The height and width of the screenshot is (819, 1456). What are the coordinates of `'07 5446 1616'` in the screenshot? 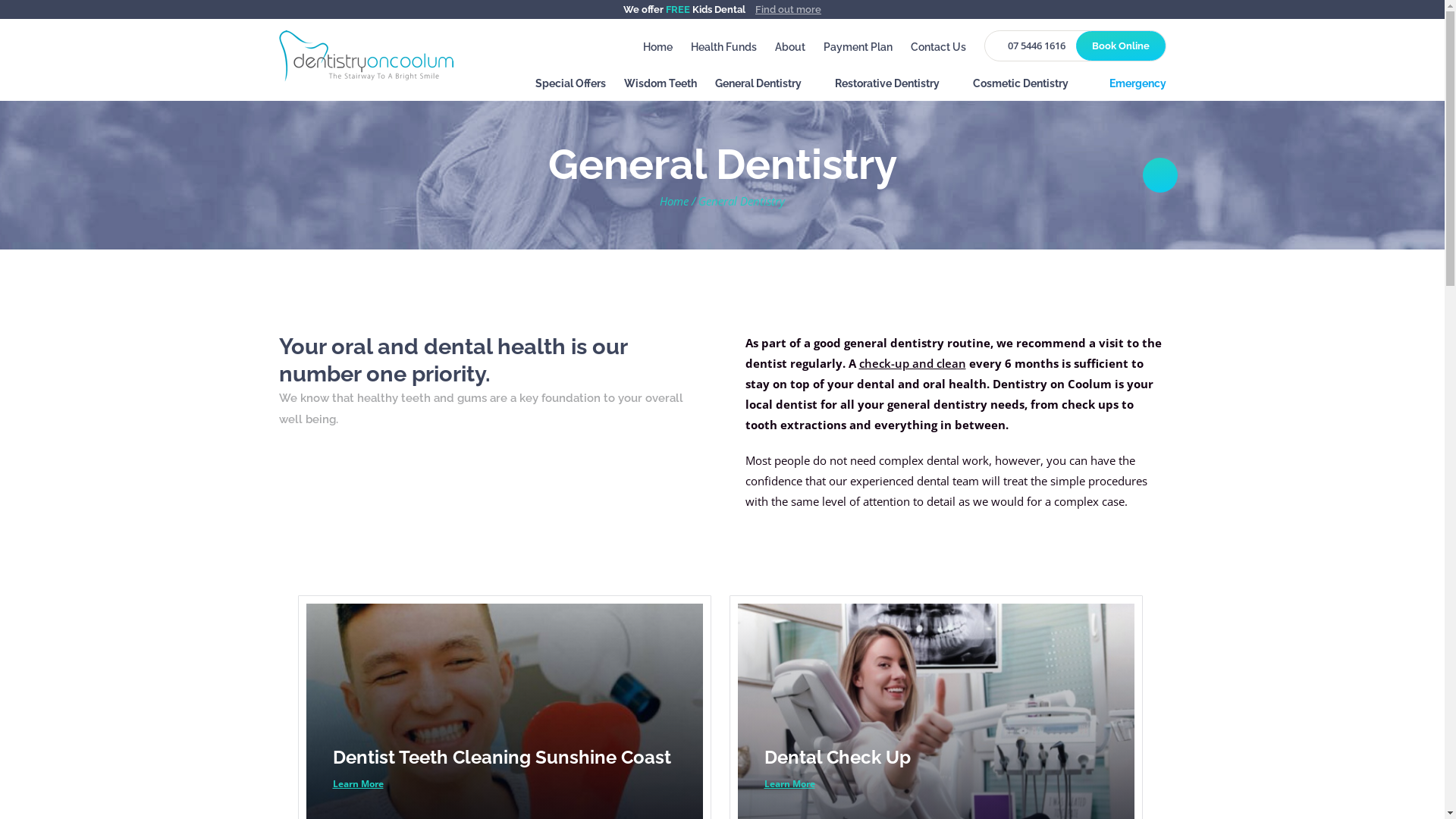 It's located at (1031, 45).